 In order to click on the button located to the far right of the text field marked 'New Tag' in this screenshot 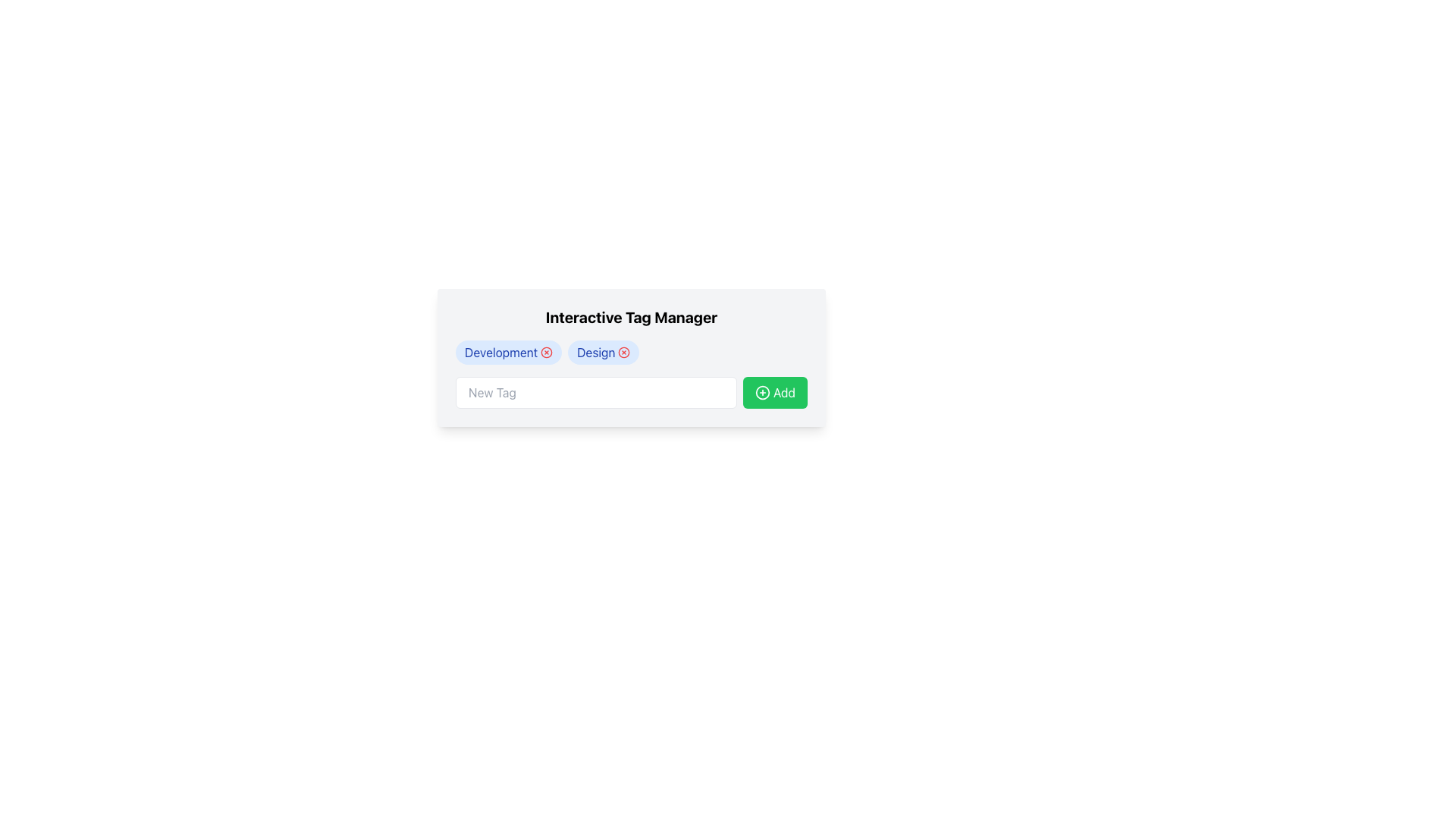, I will do `click(775, 391)`.